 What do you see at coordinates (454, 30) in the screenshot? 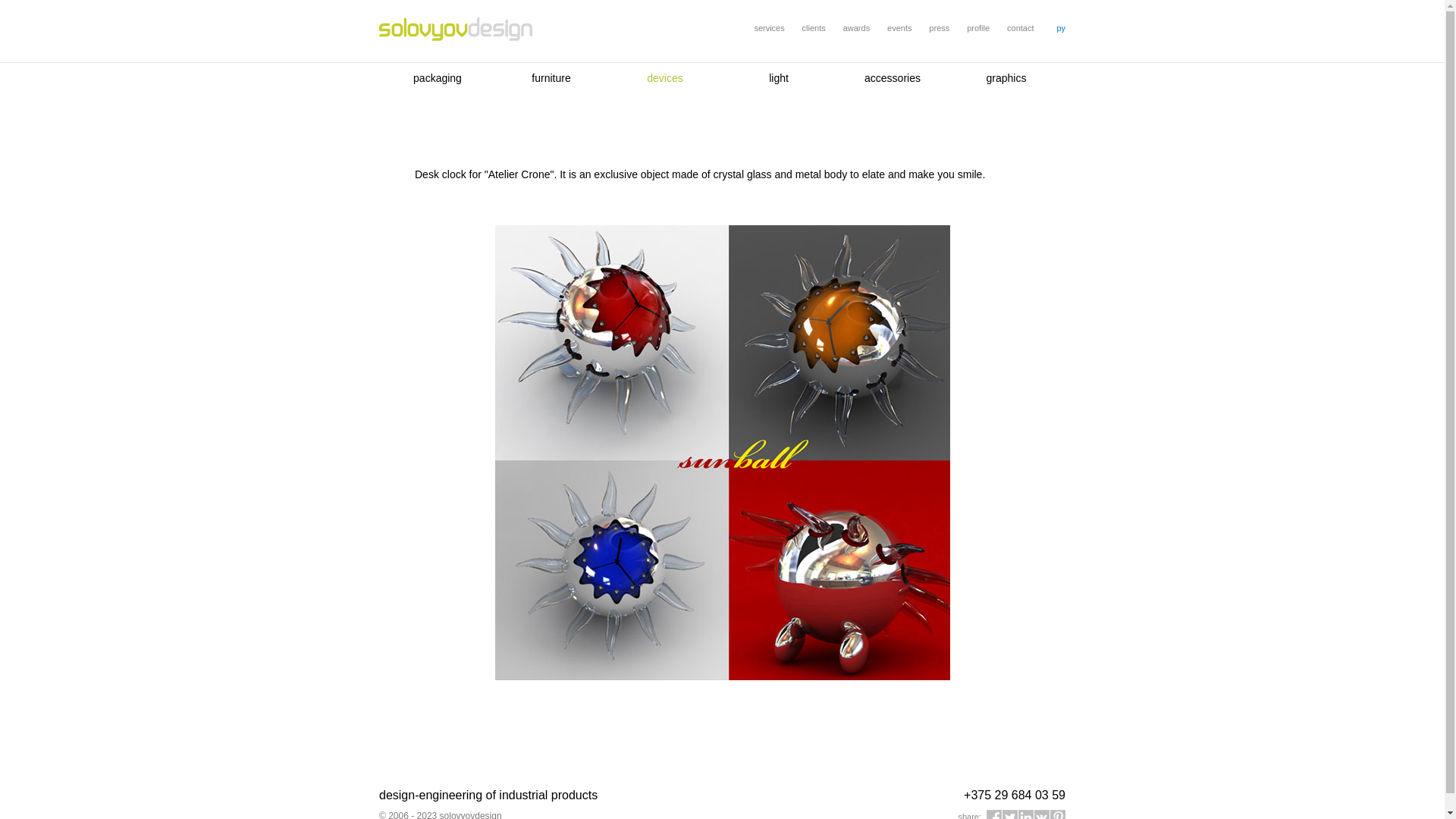
I see `'SOLOVYOVDESIGN'` at bounding box center [454, 30].